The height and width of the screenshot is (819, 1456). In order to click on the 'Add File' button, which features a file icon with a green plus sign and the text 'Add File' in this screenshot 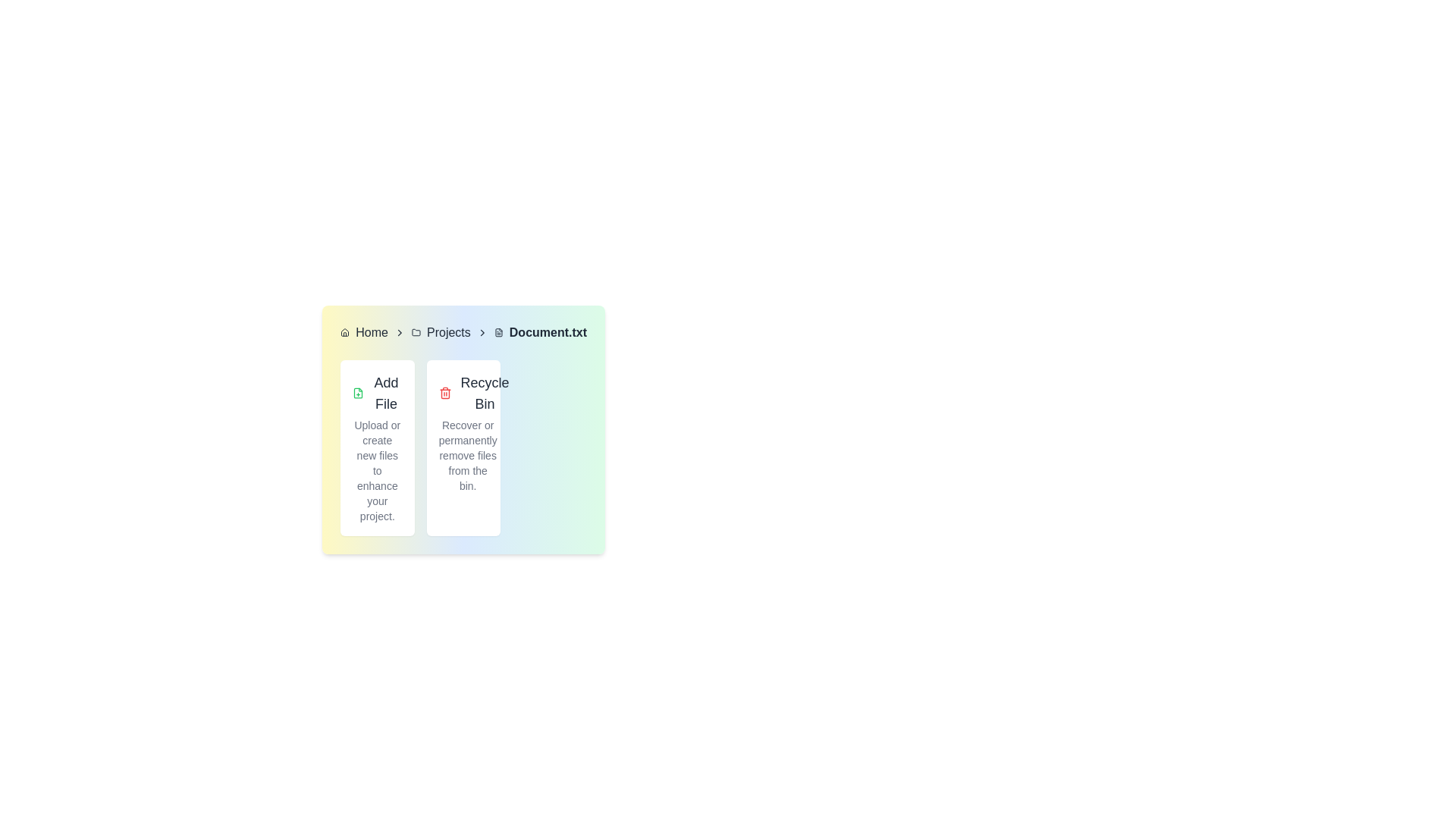, I will do `click(377, 393)`.